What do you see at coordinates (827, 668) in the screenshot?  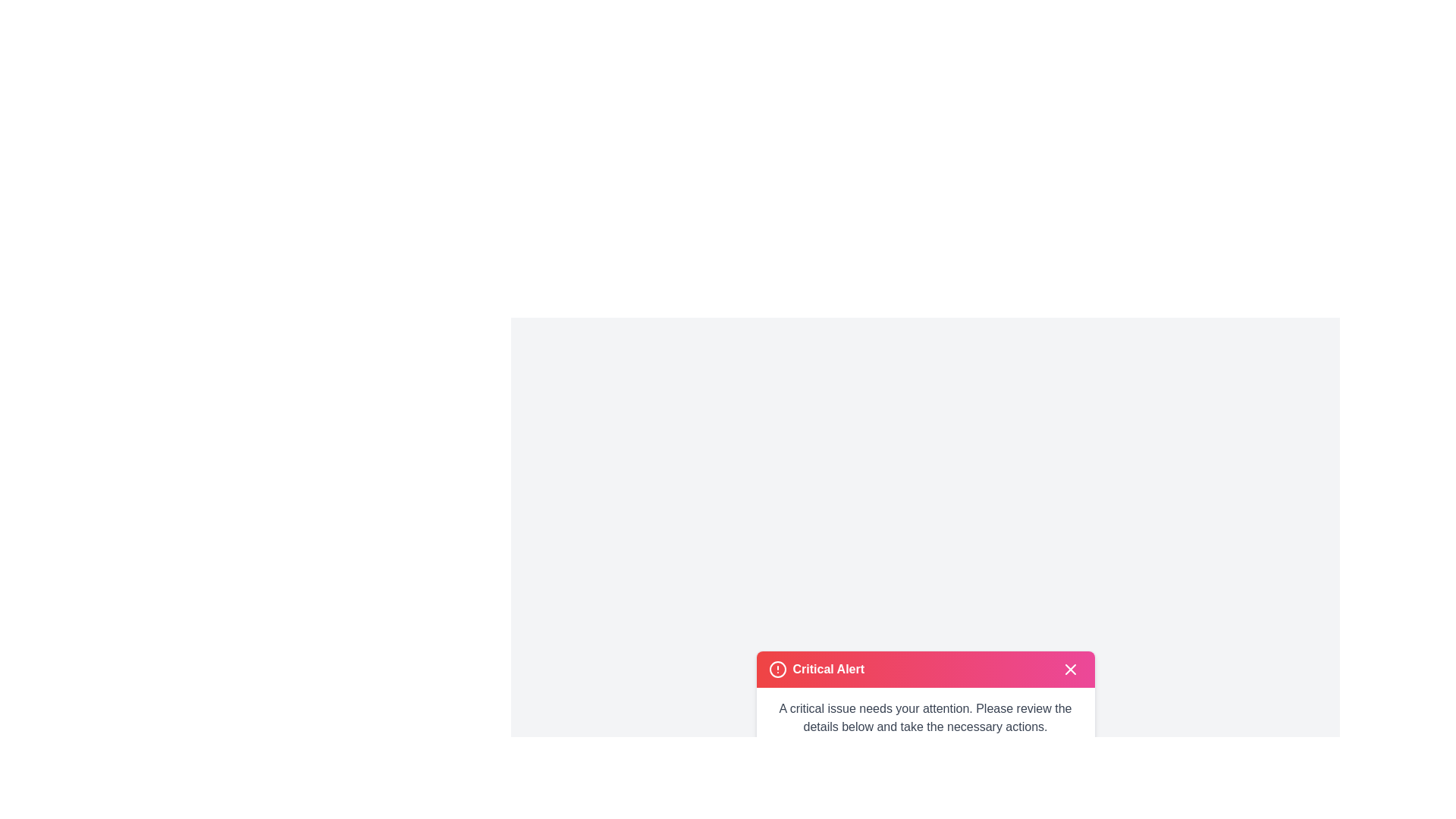 I see `the surrounding notification component which contains the alert title text block, located near the bottom center of the interface` at bounding box center [827, 668].